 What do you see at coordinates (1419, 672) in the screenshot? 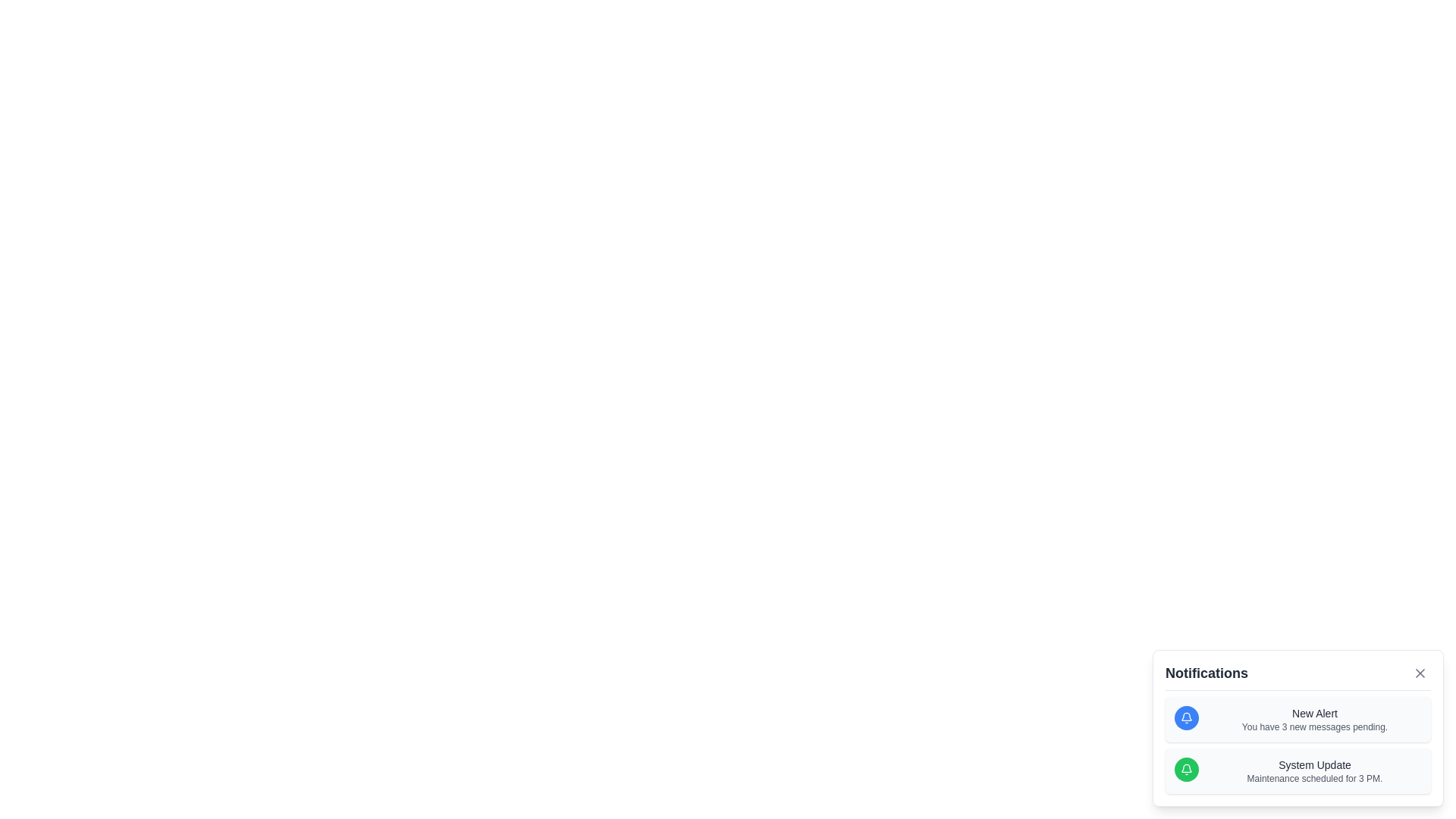
I see `the close button located in the top-right corner of the notifications panel header marked by the title 'Notifications'` at bounding box center [1419, 672].